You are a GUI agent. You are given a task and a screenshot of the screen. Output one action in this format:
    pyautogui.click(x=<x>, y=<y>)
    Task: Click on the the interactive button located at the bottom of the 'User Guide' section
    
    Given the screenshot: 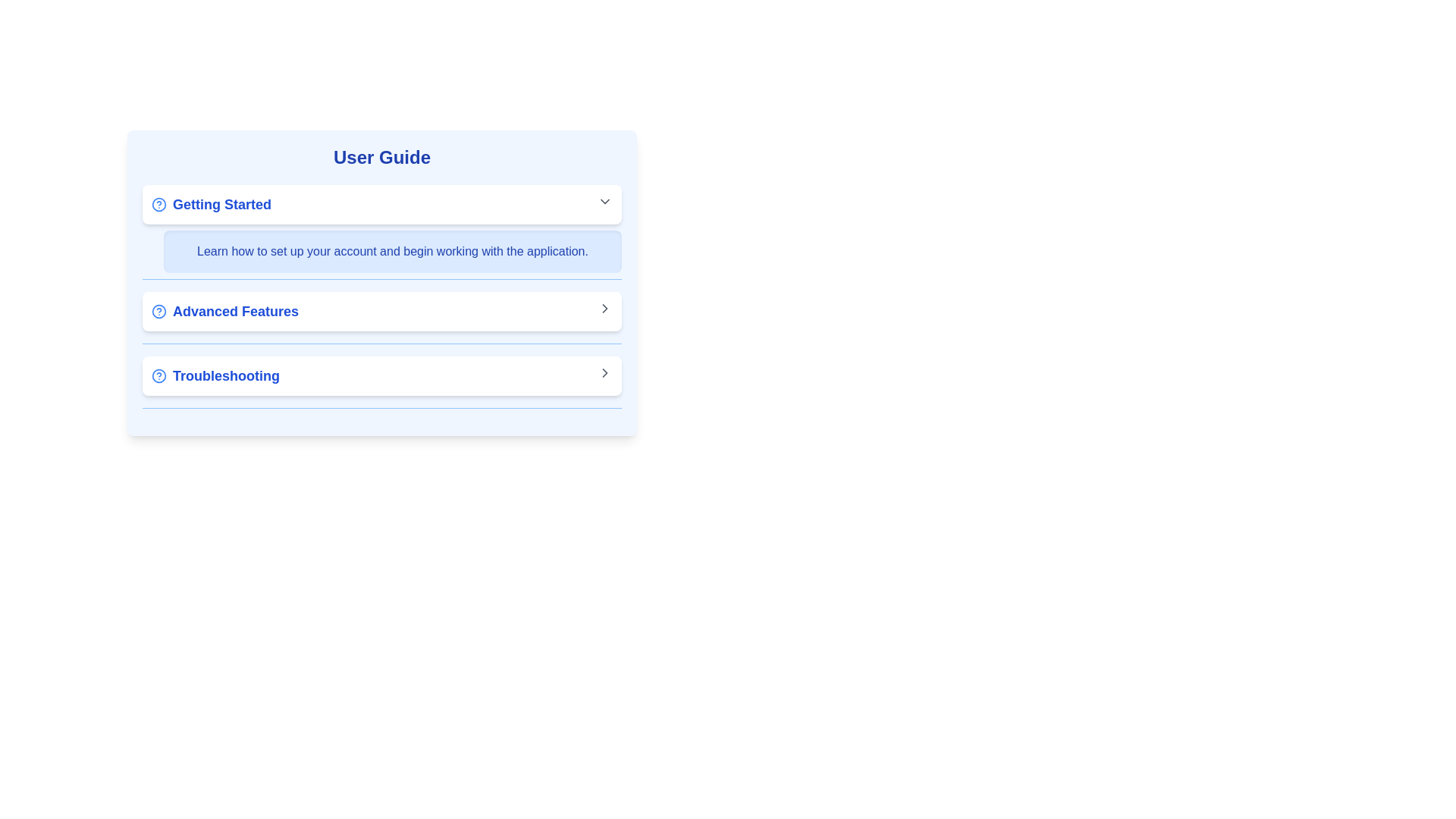 What is the action you would take?
    pyautogui.click(x=382, y=375)
    